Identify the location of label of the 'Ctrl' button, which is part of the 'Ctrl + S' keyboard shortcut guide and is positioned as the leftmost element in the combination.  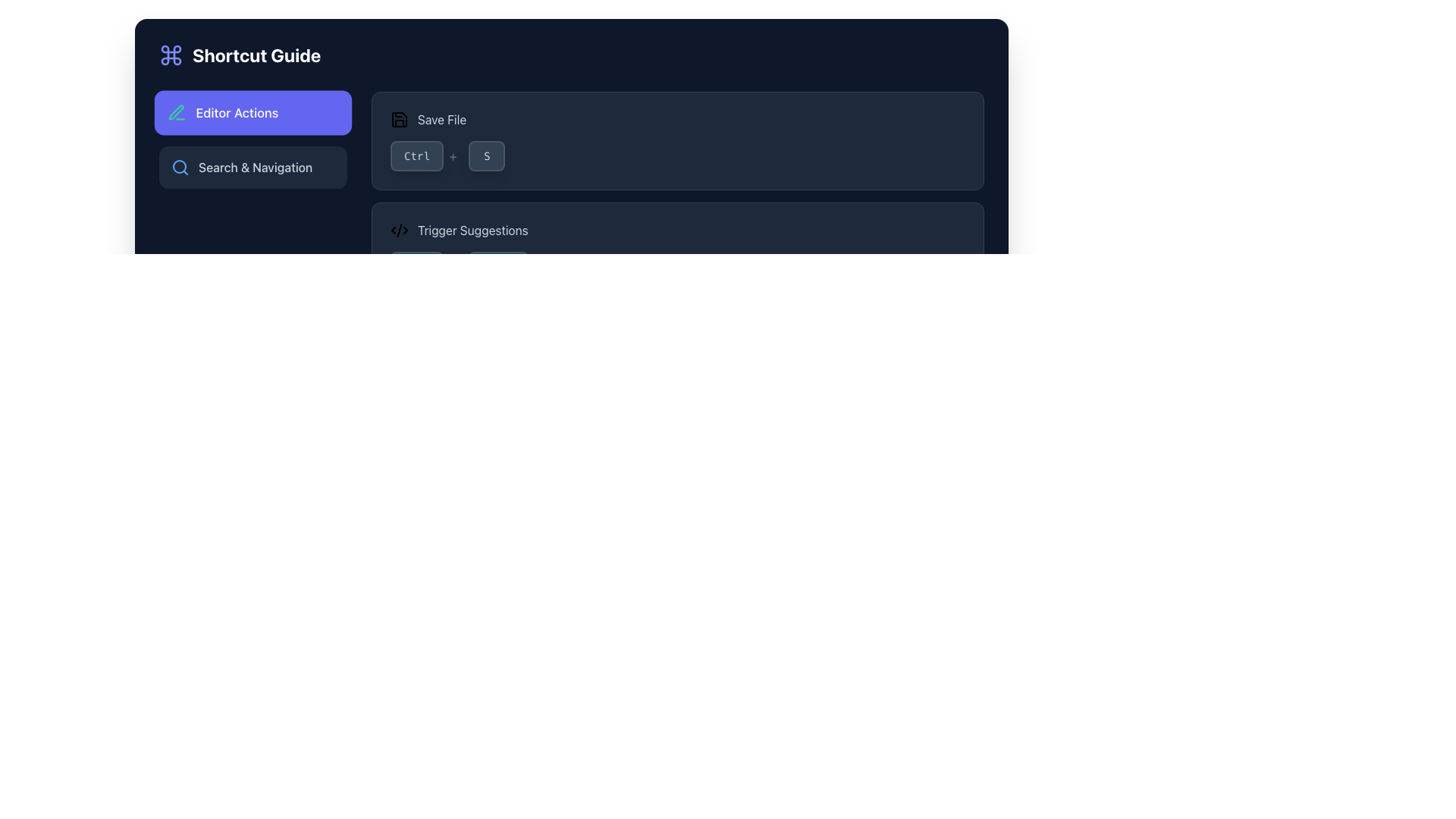
(416, 155).